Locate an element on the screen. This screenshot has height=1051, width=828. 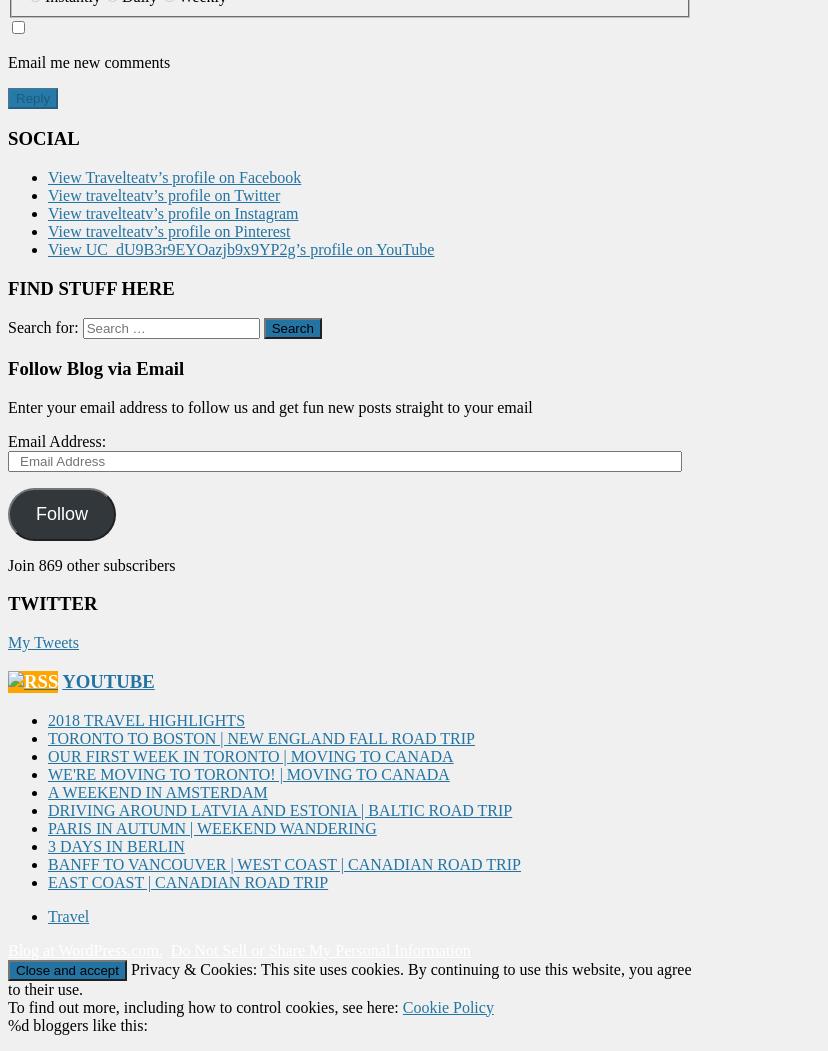
'Do Not Sell or Share My Personal Information' is located at coordinates (319, 948).